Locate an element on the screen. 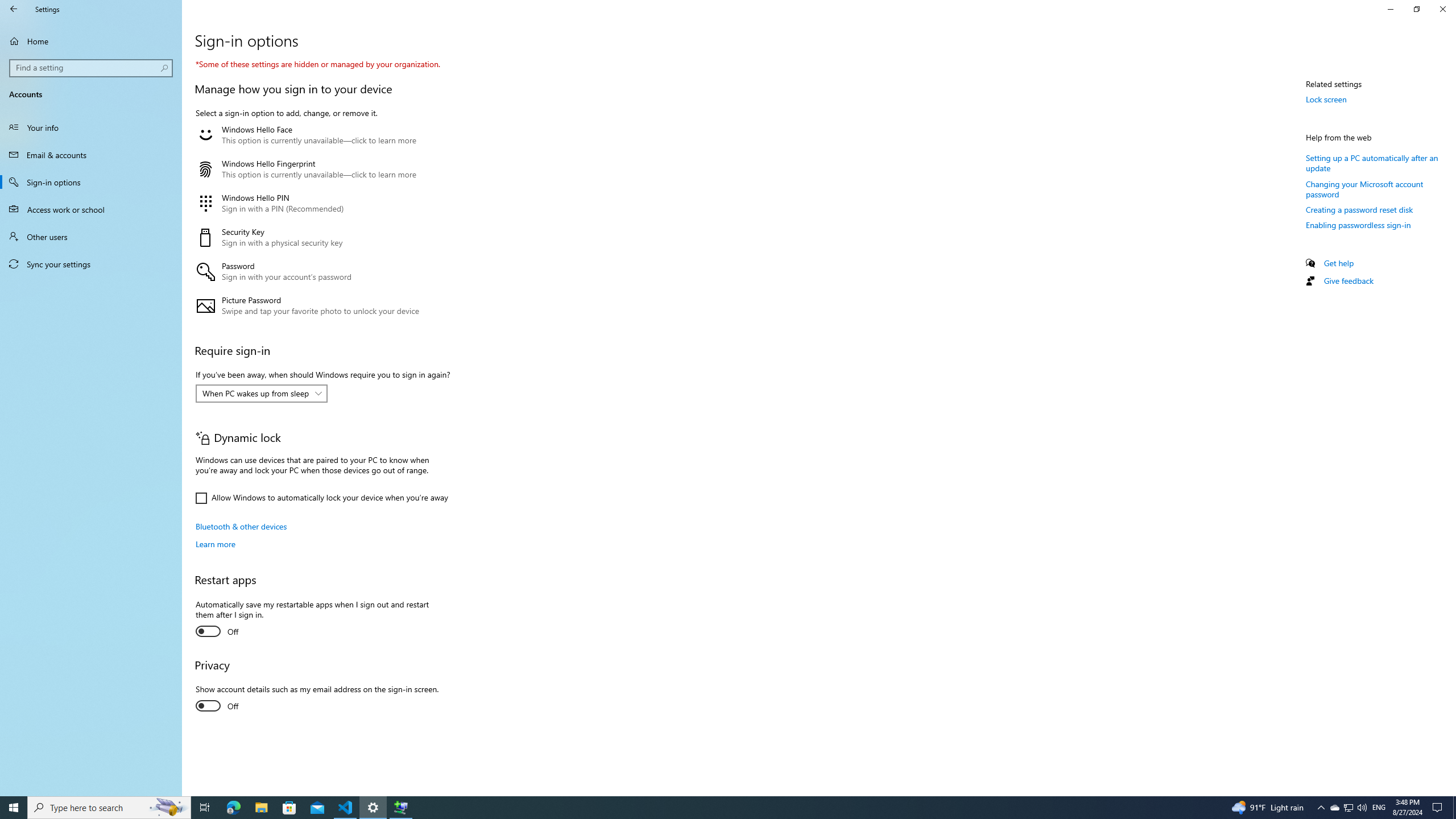 This screenshot has width=1456, height=819. 'Home' is located at coordinates (90, 41).